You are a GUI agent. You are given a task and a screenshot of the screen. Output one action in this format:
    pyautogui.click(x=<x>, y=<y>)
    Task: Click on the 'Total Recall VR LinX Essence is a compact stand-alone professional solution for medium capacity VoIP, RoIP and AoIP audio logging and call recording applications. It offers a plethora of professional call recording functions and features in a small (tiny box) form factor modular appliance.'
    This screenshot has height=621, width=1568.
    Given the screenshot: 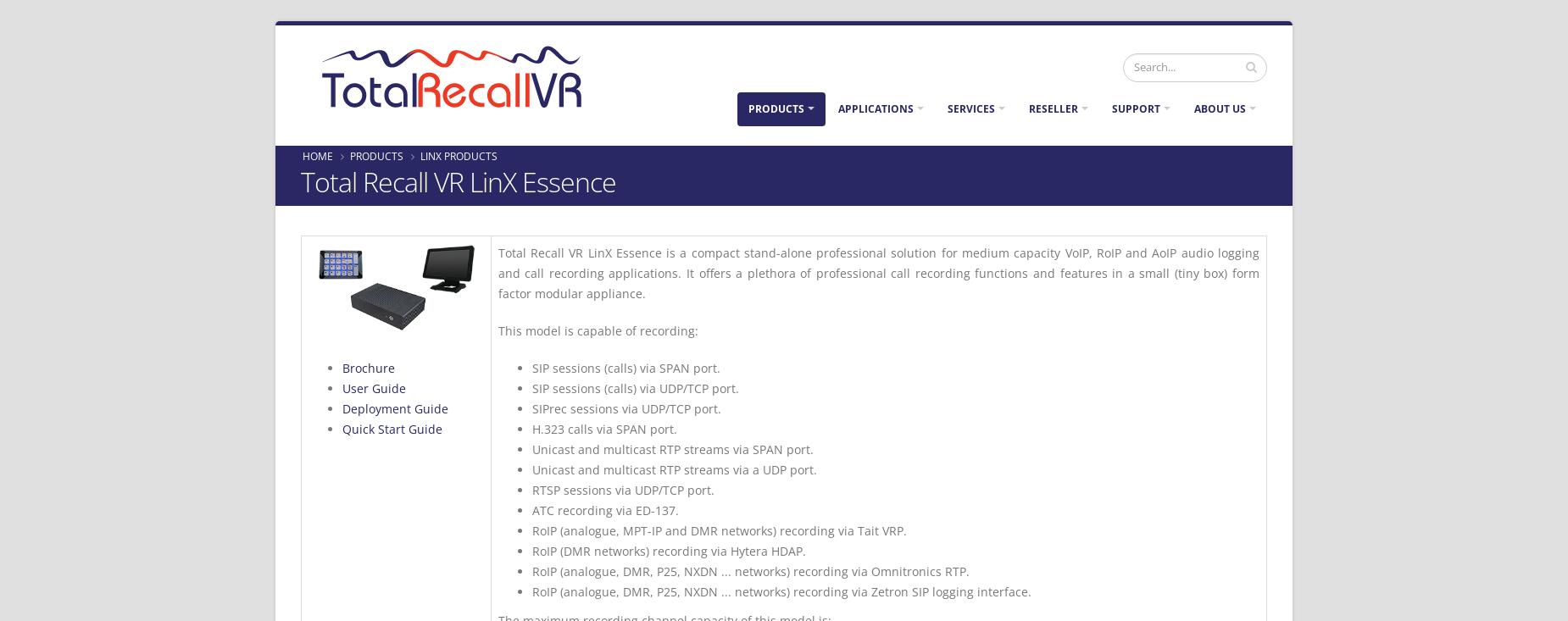 What is the action you would take?
    pyautogui.click(x=498, y=272)
    